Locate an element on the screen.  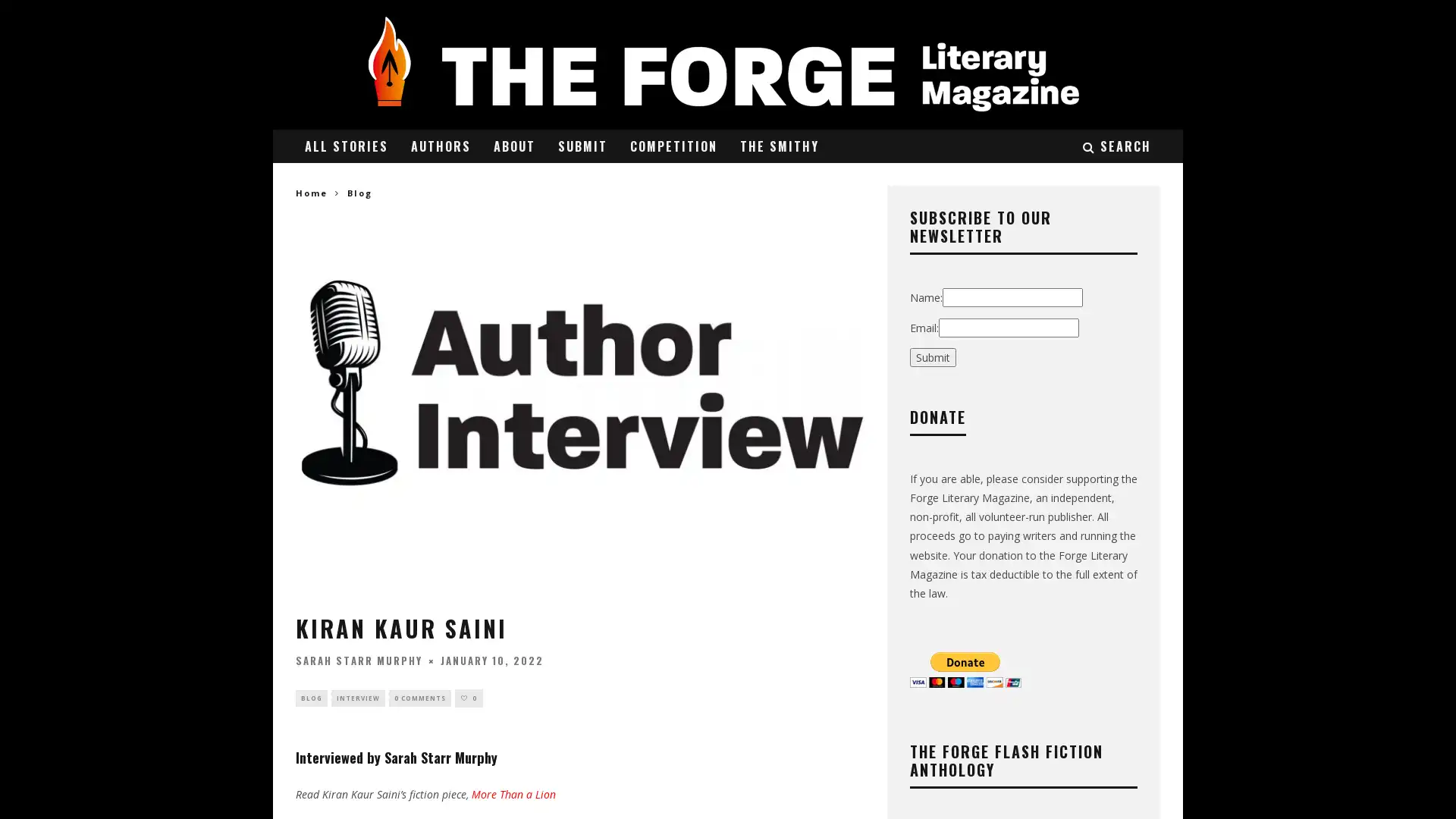
Submit is located at coordinates (932, 356).